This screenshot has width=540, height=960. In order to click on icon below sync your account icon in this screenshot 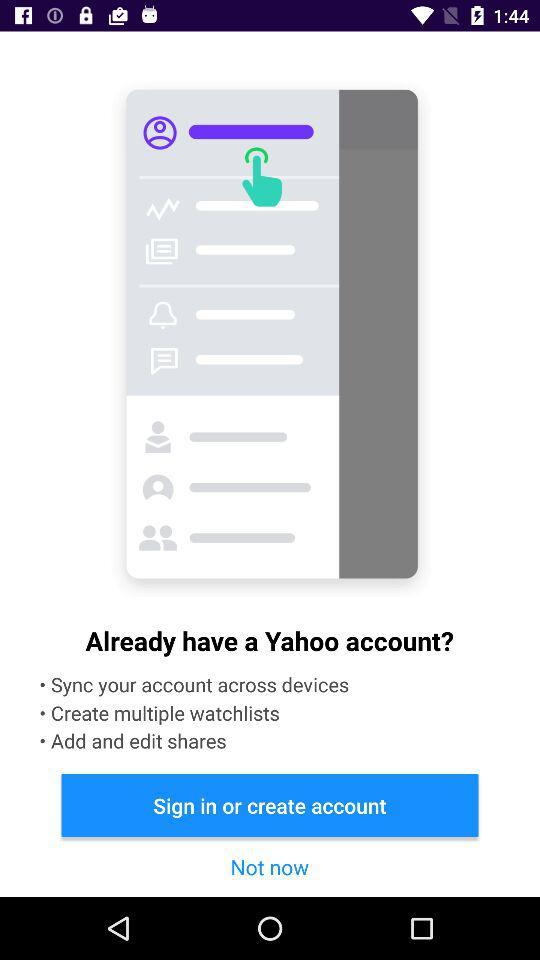, I will do `click(270, 805)`.